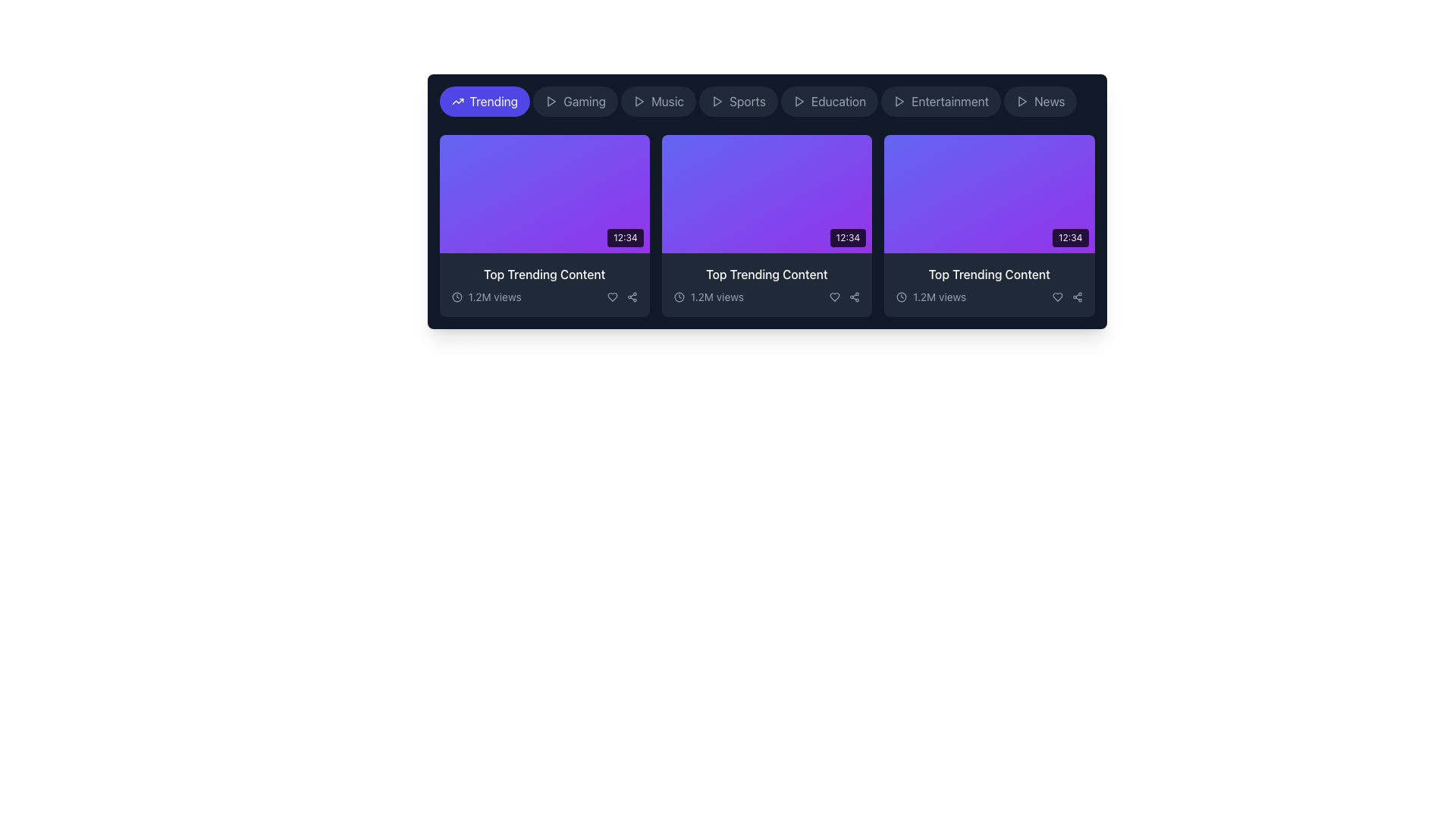 Image resolution: width=1456 pixels, height=819 pixels. I want to click on the timestamp displayed on the small rectangular label with rounded corners, showing '12:34' in white text on a black semi-transparent background, located at the bottom-right corner of the first video thumbnail card, so click(626, 237).